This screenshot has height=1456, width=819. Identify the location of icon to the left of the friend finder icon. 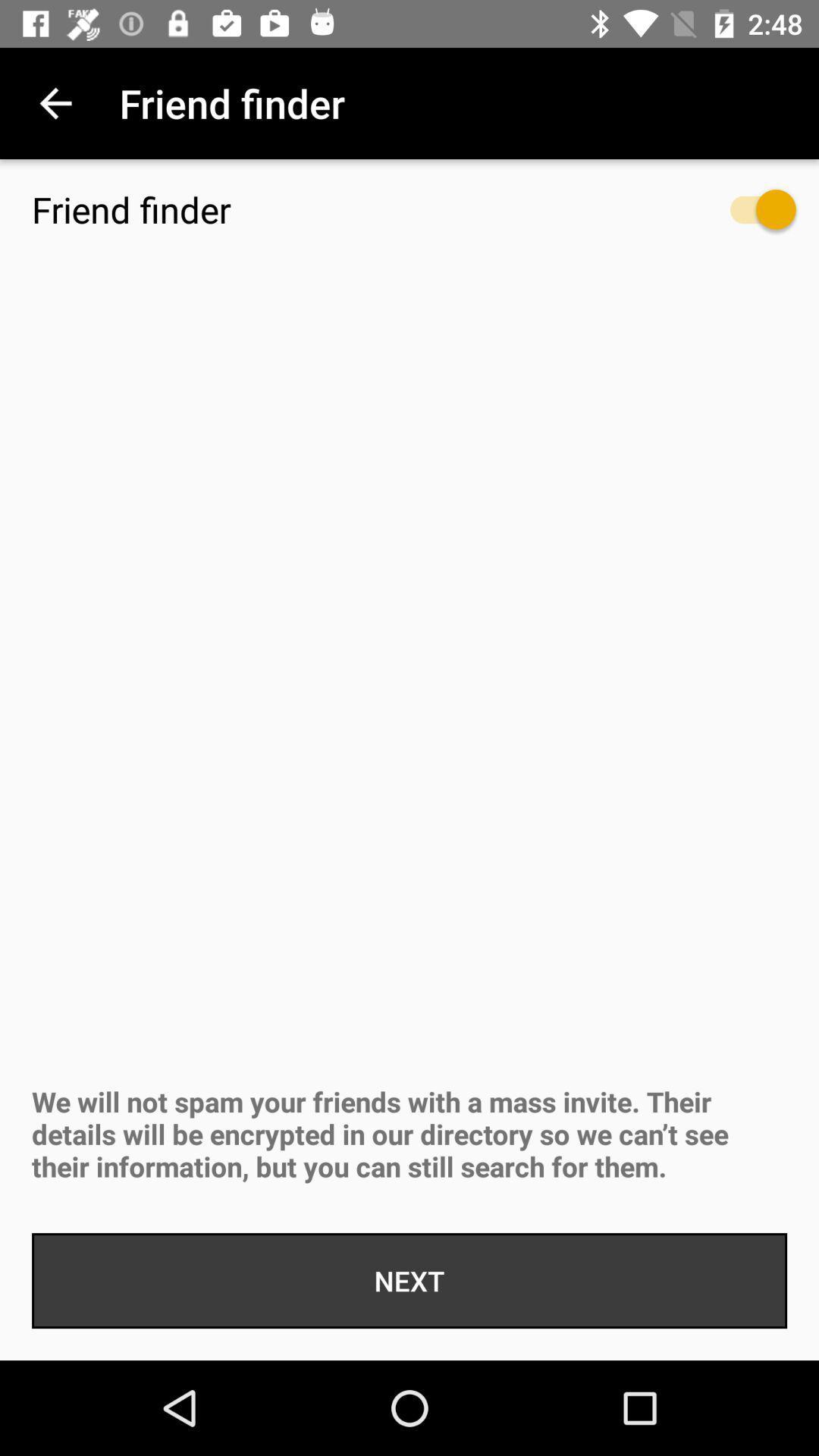
(55, 102).